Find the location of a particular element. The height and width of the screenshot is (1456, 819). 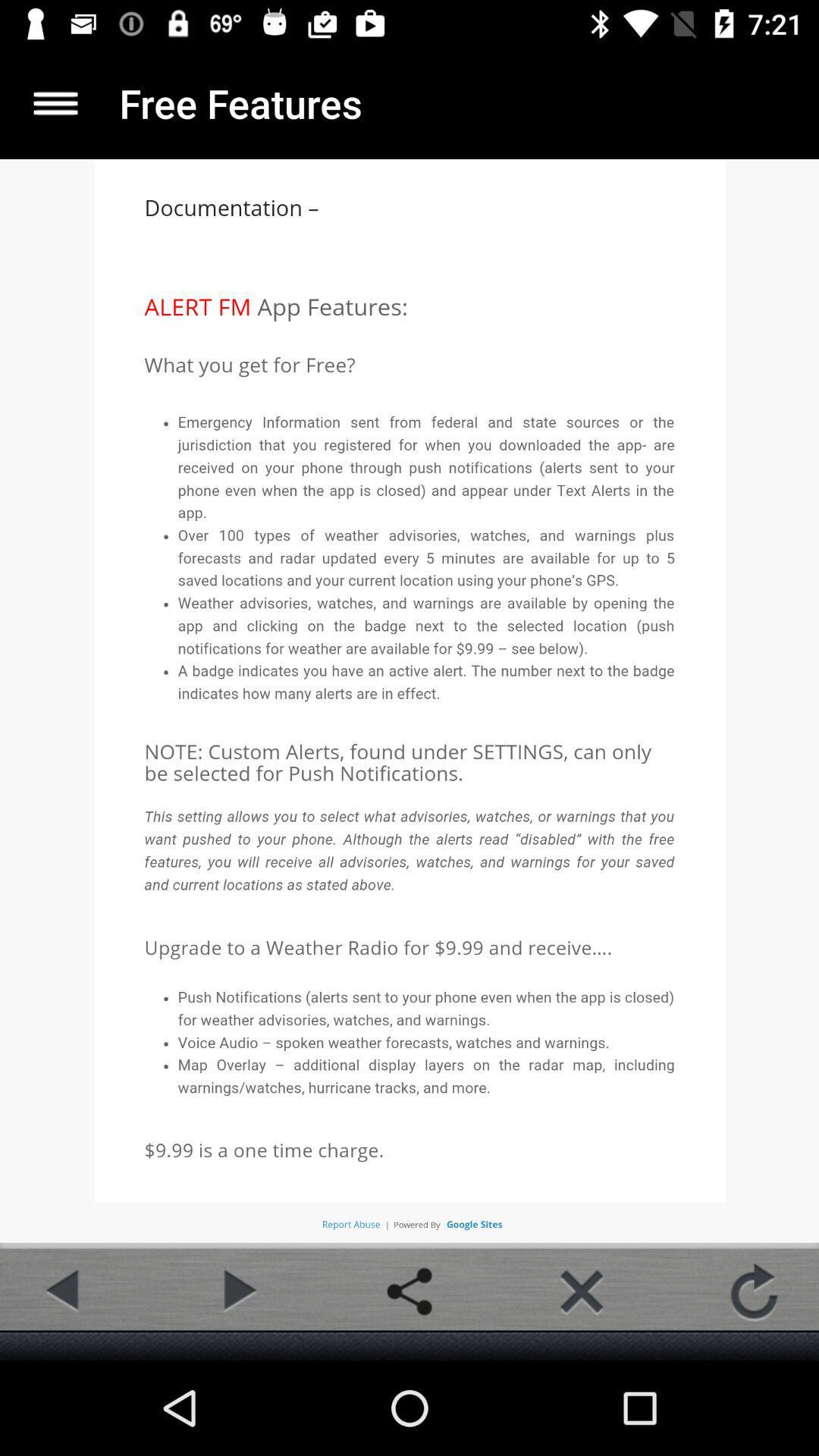

next the option is located at coordinates (237, 1291).